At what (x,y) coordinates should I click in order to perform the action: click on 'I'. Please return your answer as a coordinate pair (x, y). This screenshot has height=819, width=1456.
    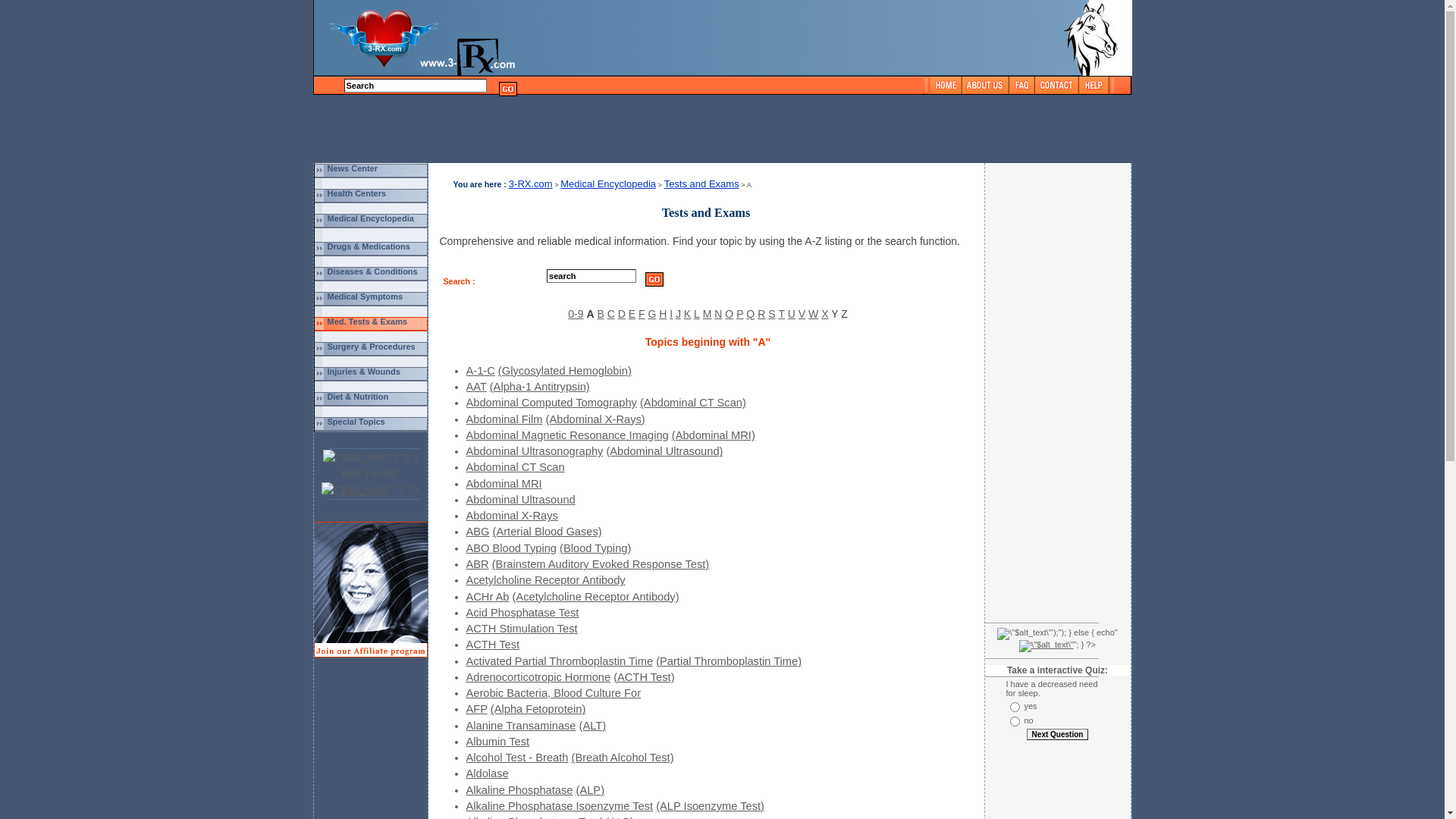
    Looking at the image, I should click on (670, 312).